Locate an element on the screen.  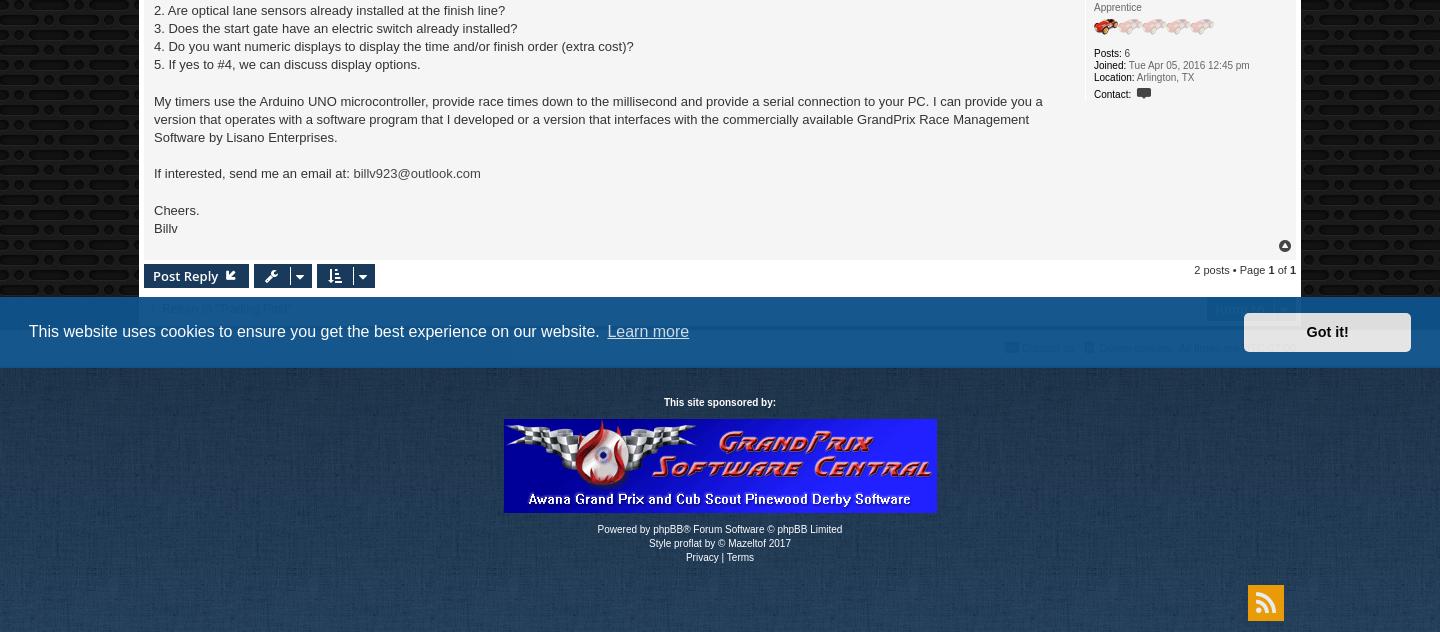
'Got it!' is located at coordinates (1305, 331).